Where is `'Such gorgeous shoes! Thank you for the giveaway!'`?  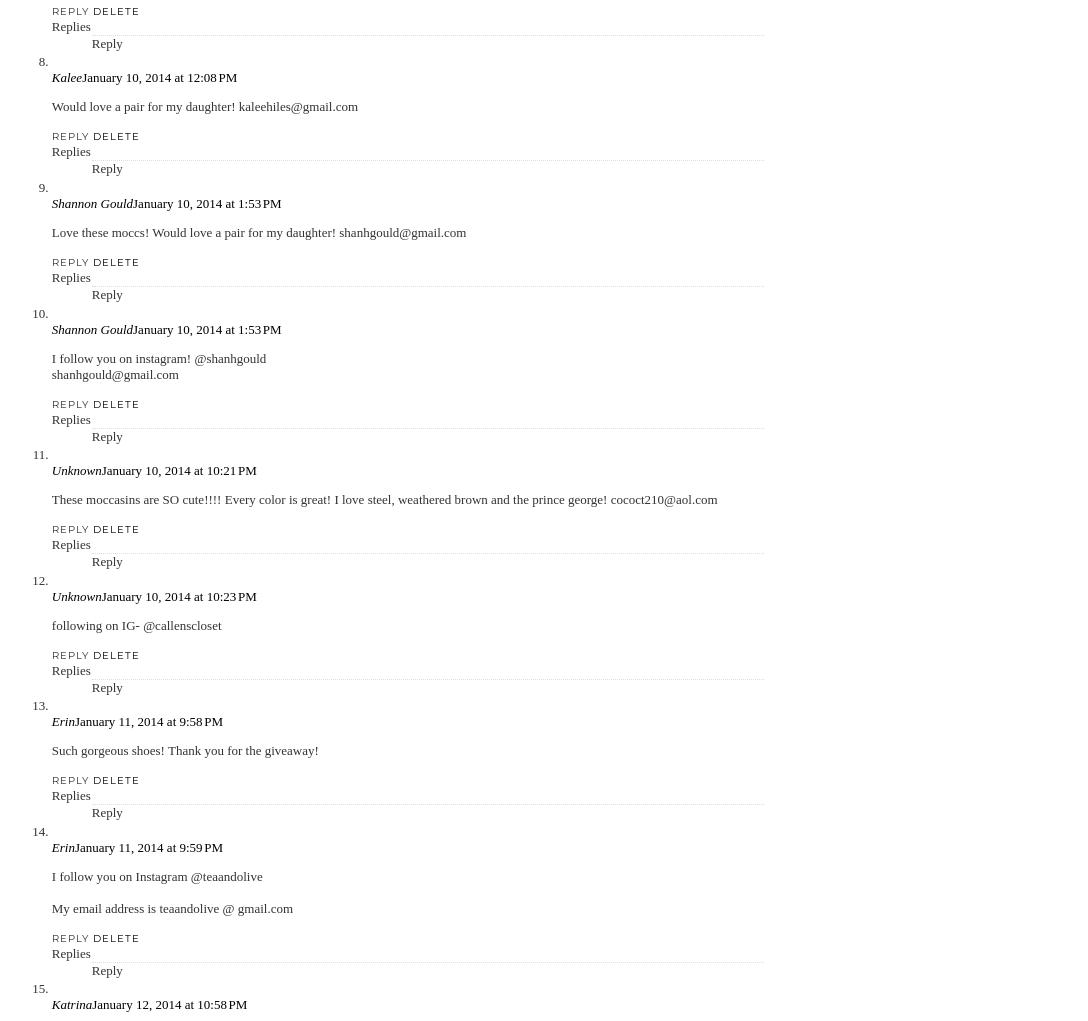
'Such gorgeous shoes! Thank you for the giveaway!' is located at coordinates (183, 750).